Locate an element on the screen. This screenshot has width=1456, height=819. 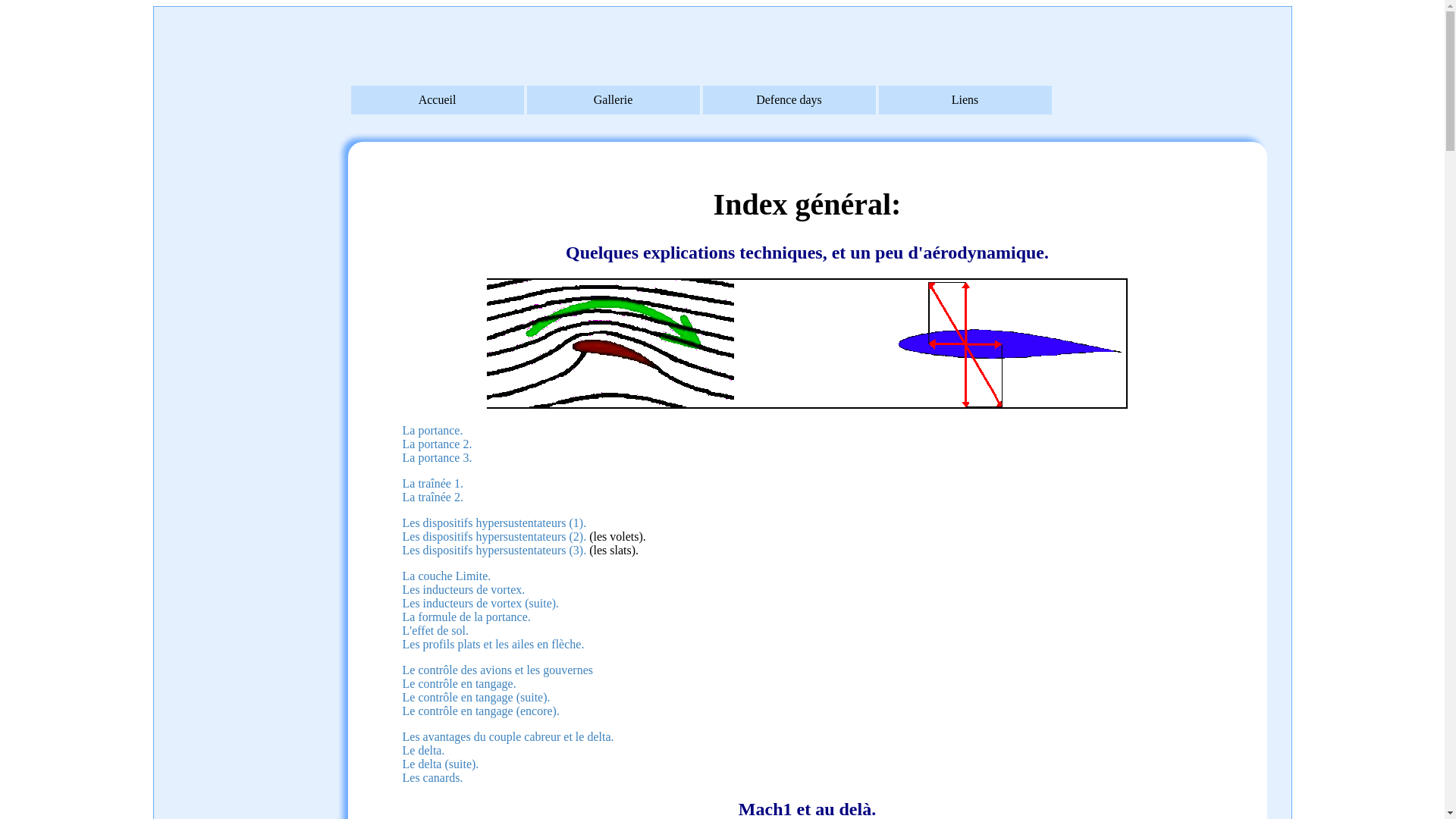
'Le delta.' is located at coordinates (422, 748).